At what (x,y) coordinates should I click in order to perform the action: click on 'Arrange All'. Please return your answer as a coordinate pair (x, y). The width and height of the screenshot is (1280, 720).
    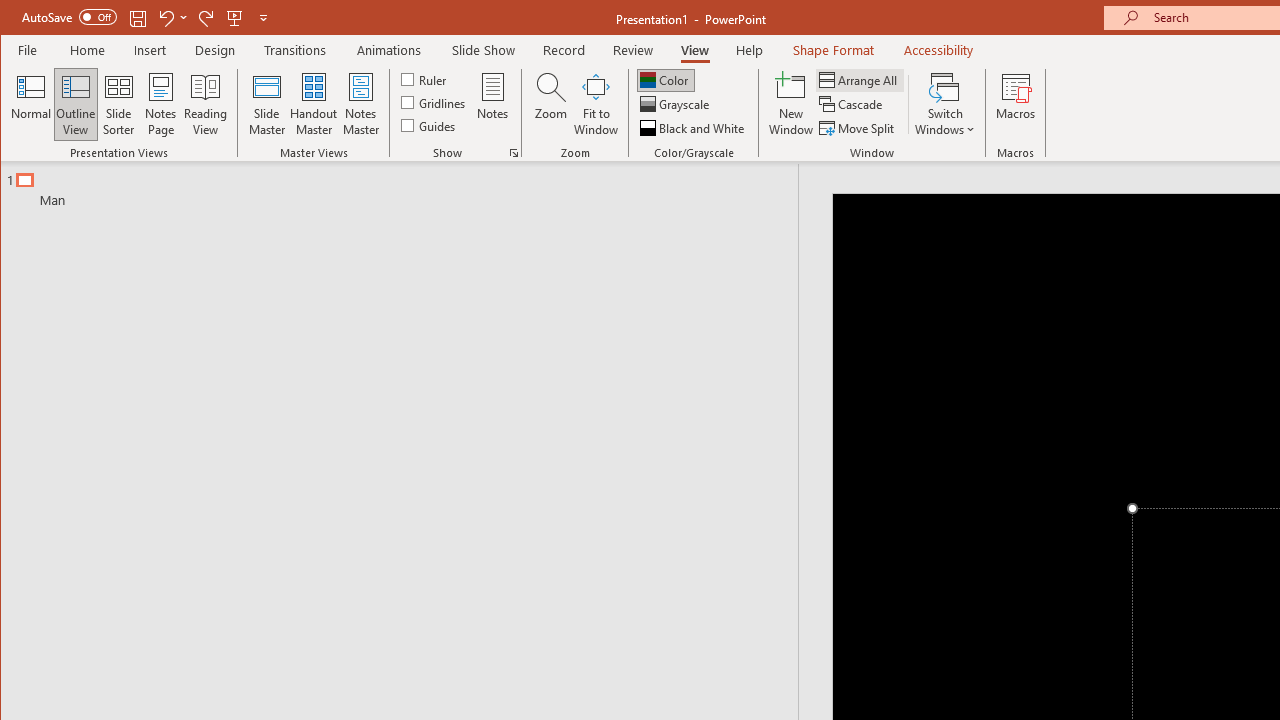
    Looking at the image, I should click on (860, 79).